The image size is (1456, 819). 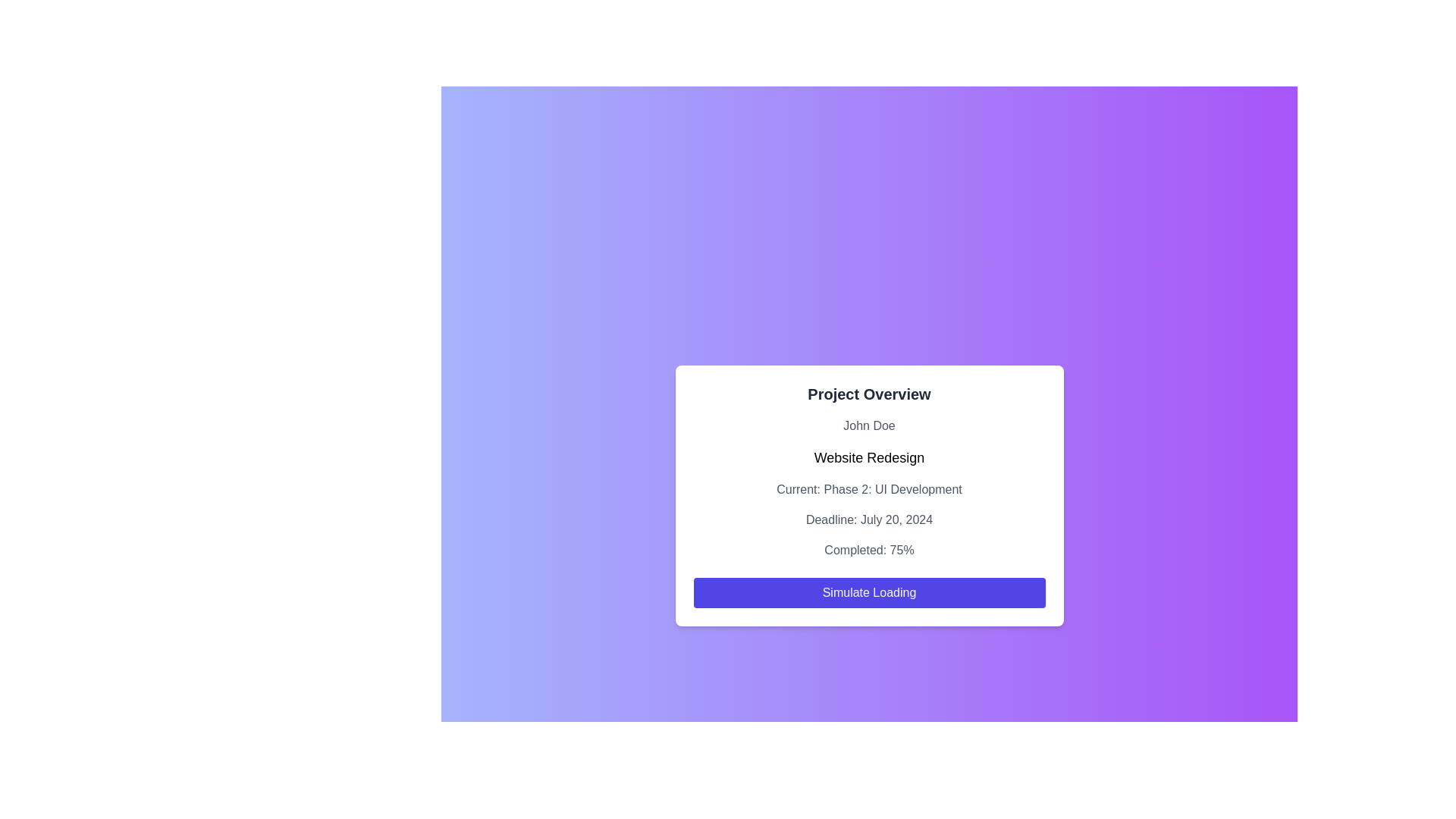 What do you see at coordinates (869, 550) in the screenshot?
I see `the static text display that indicates the completion percentage of the task, located below 'Deadline: July 20, 2024' and above the 'Simulate Loading' button` at bounding box center [869, 550].